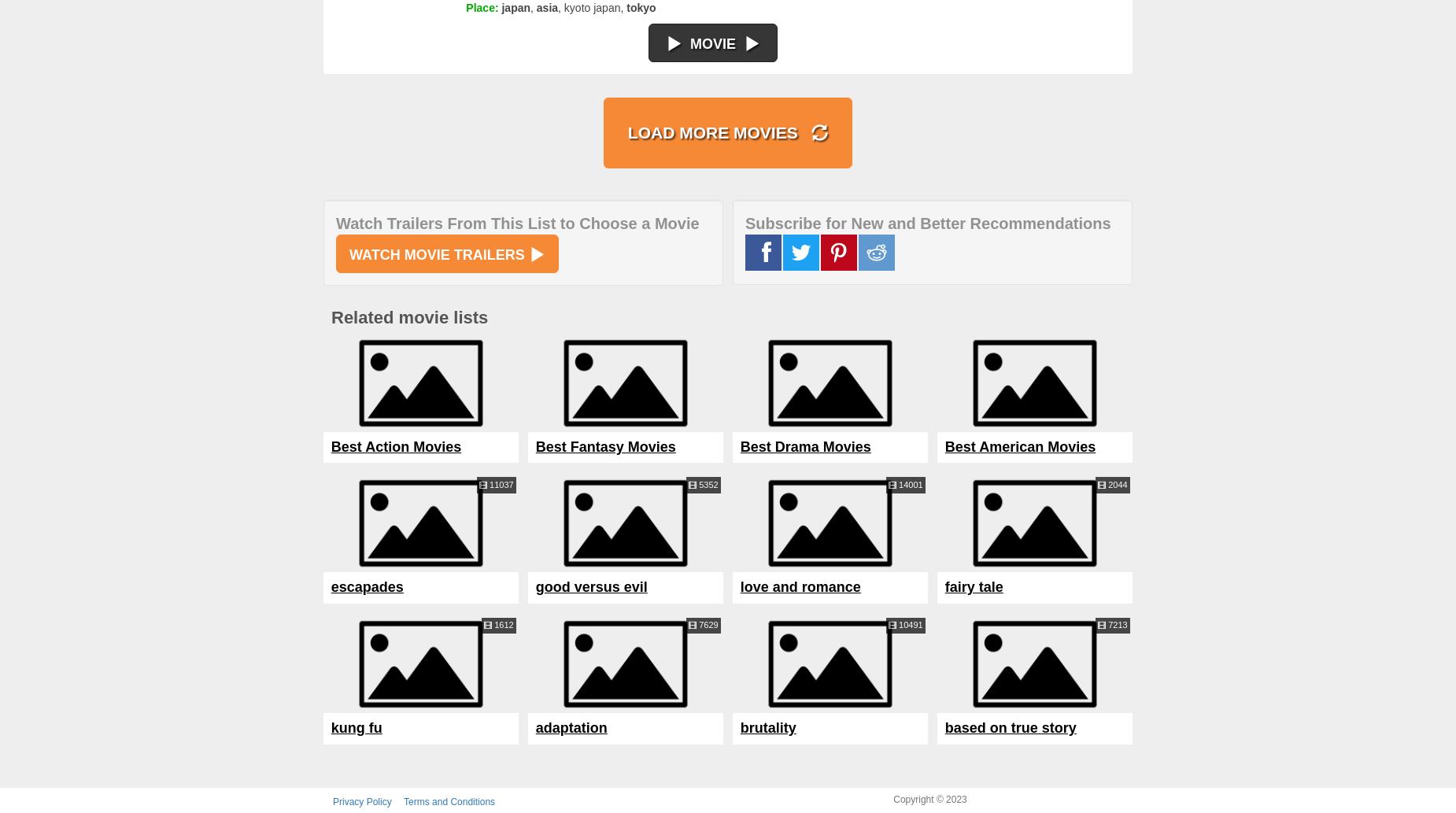  I want to click on 'adaptation', so click(571, 727).